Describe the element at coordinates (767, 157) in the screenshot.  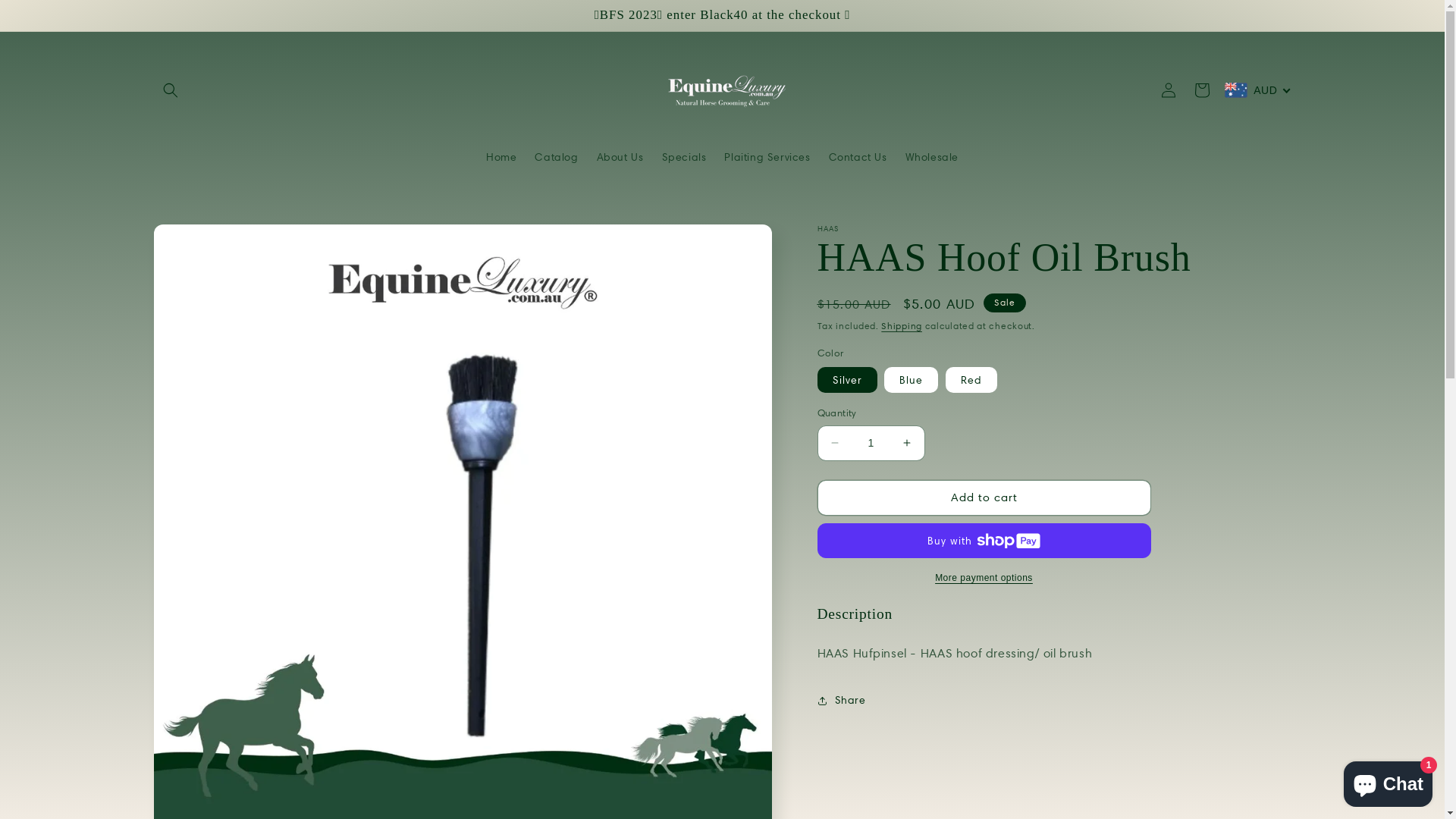
I see `'Plaiting Services'` at that location.